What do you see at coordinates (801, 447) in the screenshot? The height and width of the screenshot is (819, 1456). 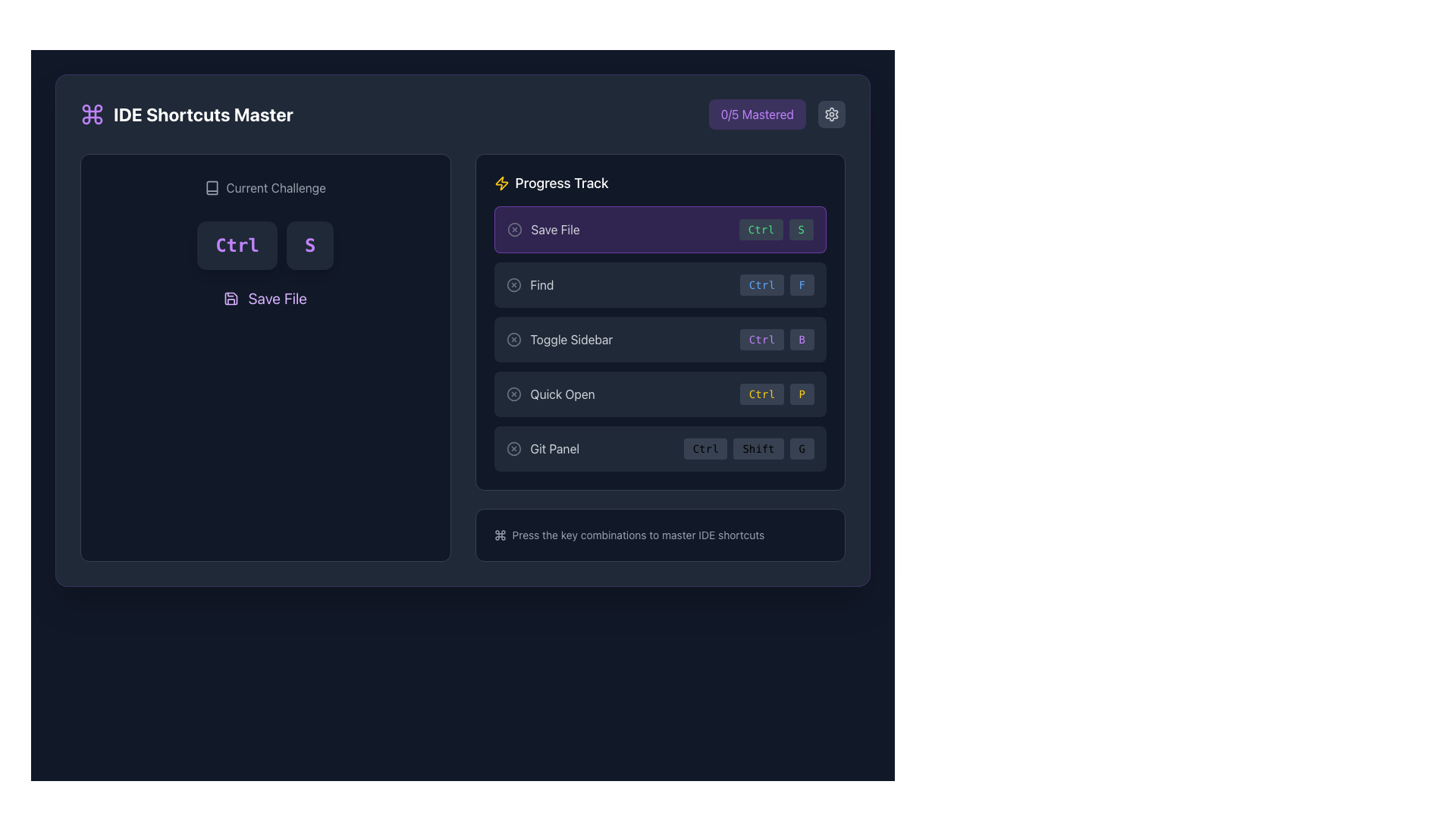 I see `the 'G' button in the 'Git Panel' row of the 'Progress Track' panel` at bounding box center [801, 447].